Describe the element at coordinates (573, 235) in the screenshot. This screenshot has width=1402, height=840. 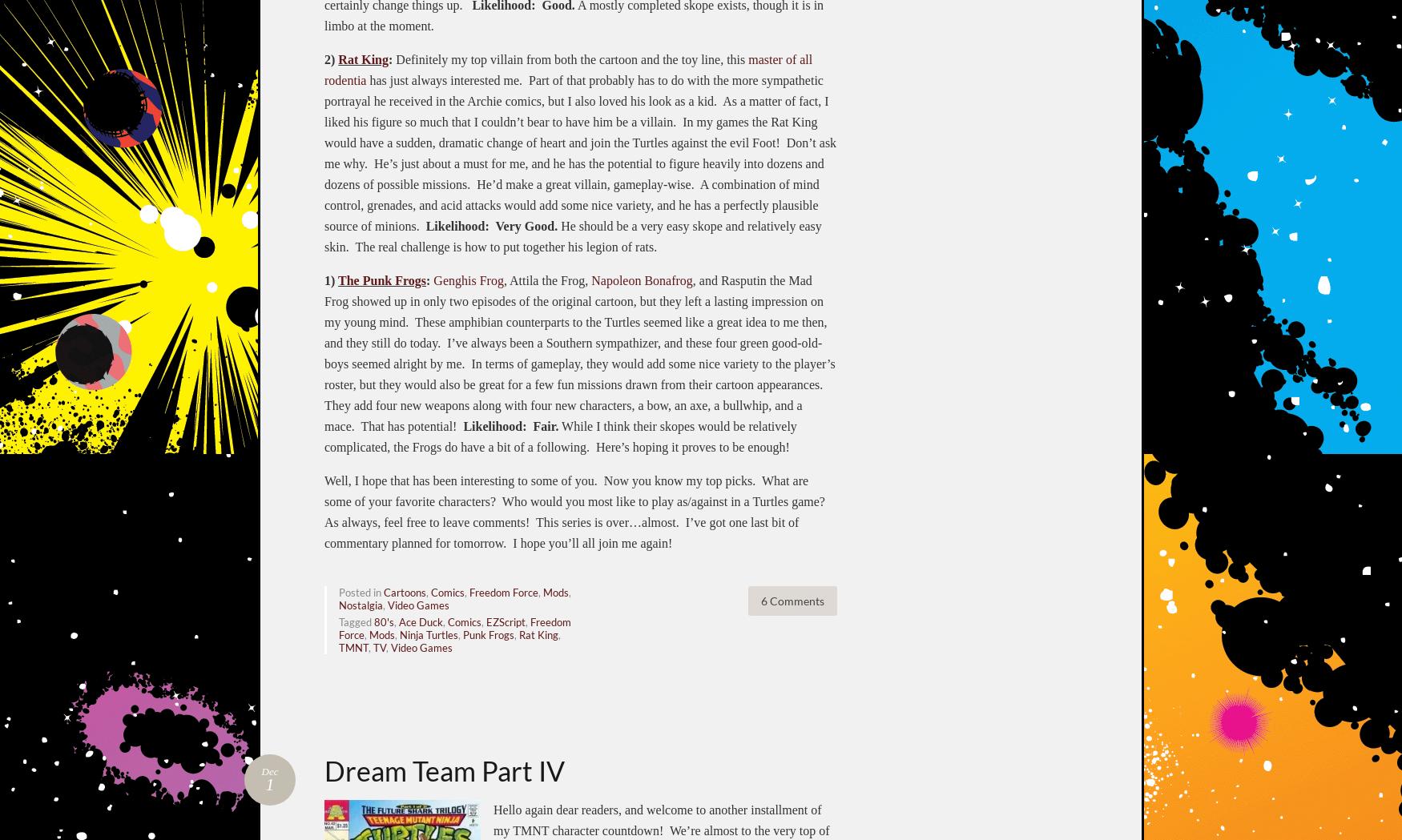
I see `'He should be a very easy skope and relatively easy skin.  The real challenge is how to put together his legion of rats.'` at that location.